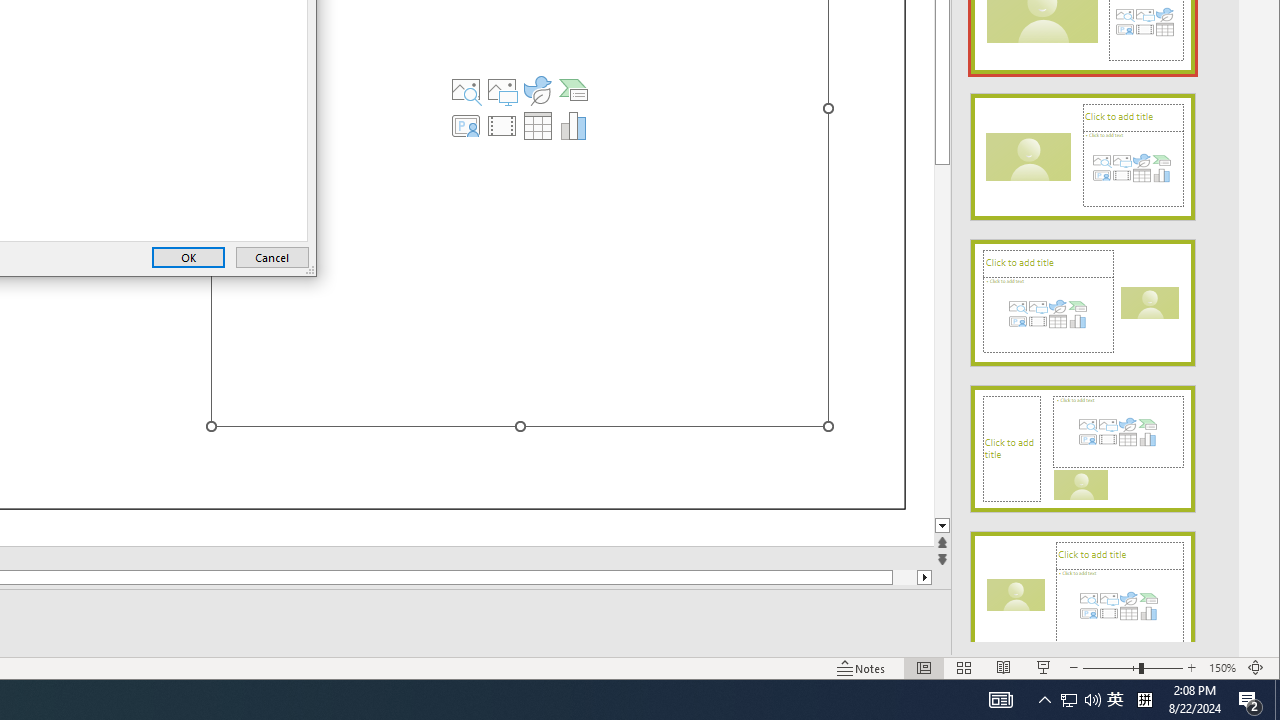 This screenshot has width=1280, height=720. I want to click on 'Insert a SmartArt Graphic', so click(573, 90).